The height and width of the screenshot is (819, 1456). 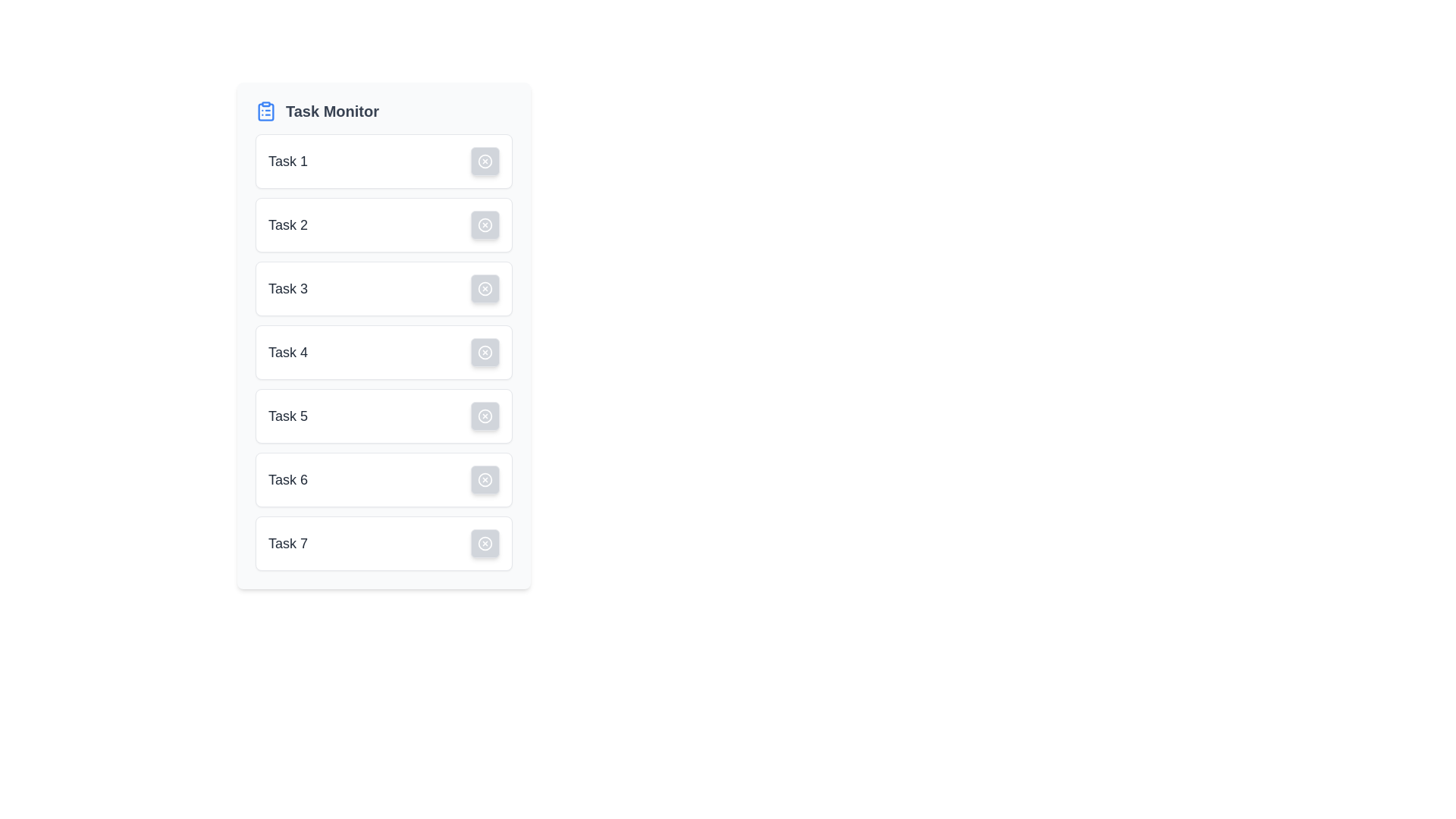 What do you see at coordinates (265, 111) in the screenshot?
I see `the clipboard icon that is part of the Task Monitor heading, located at the top-left corner of the interface` at bounding box center [265, 111].